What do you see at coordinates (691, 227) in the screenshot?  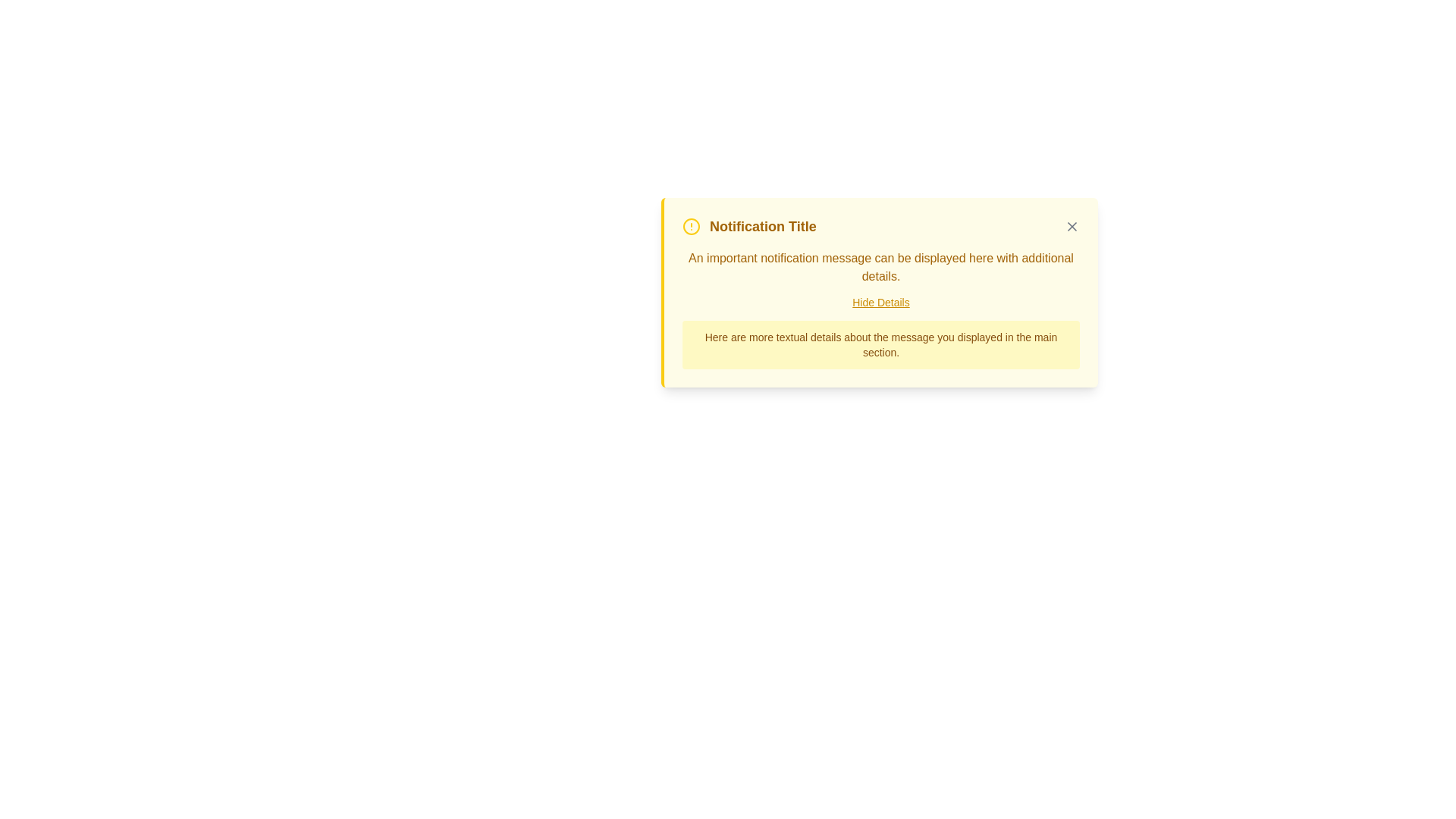 I see `the circular alert icon with a yellow border, located to the left of the notification title` at bounding box center [691, 227].